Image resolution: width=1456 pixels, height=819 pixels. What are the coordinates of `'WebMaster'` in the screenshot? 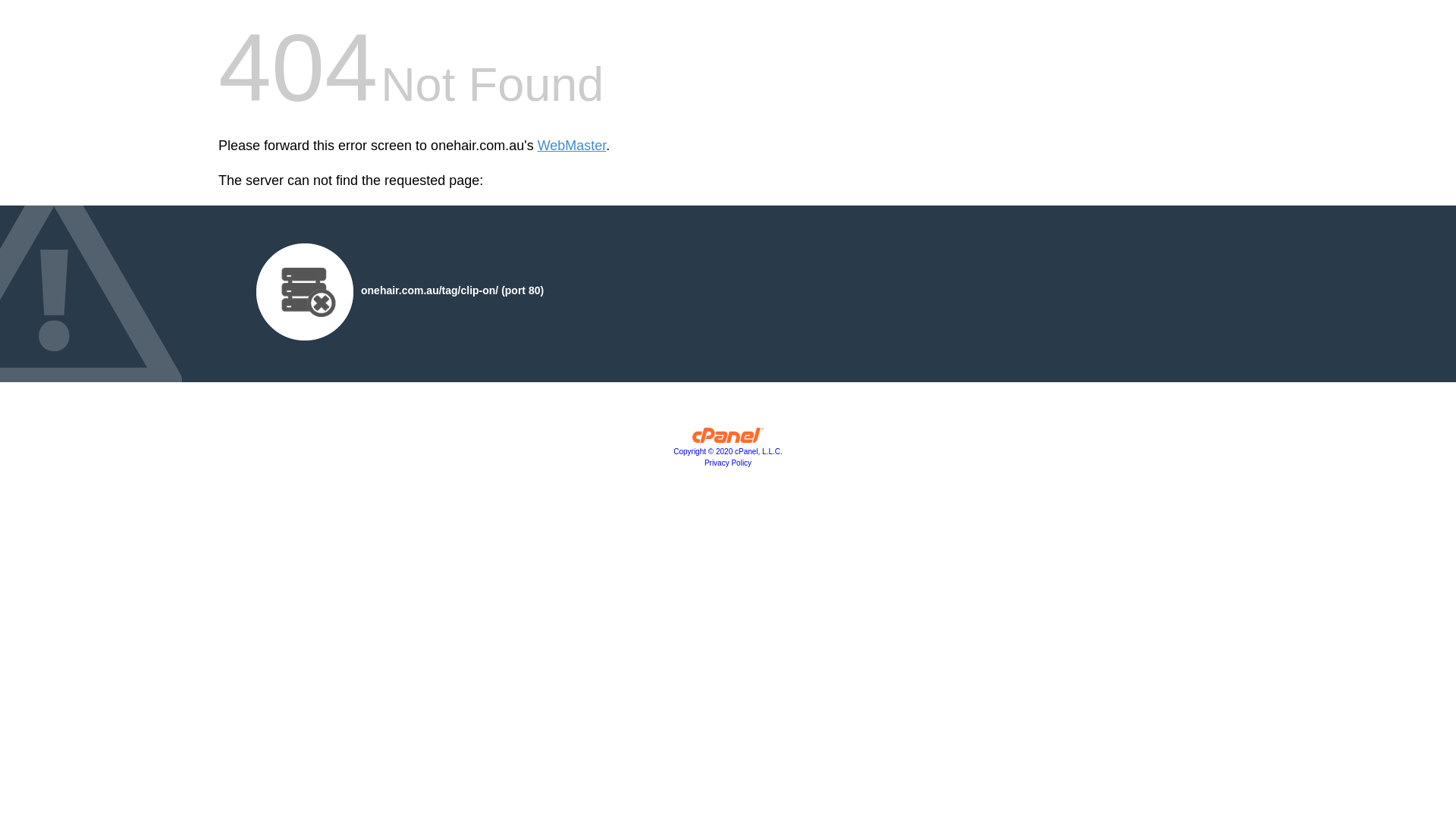 It's located at (571, 146).